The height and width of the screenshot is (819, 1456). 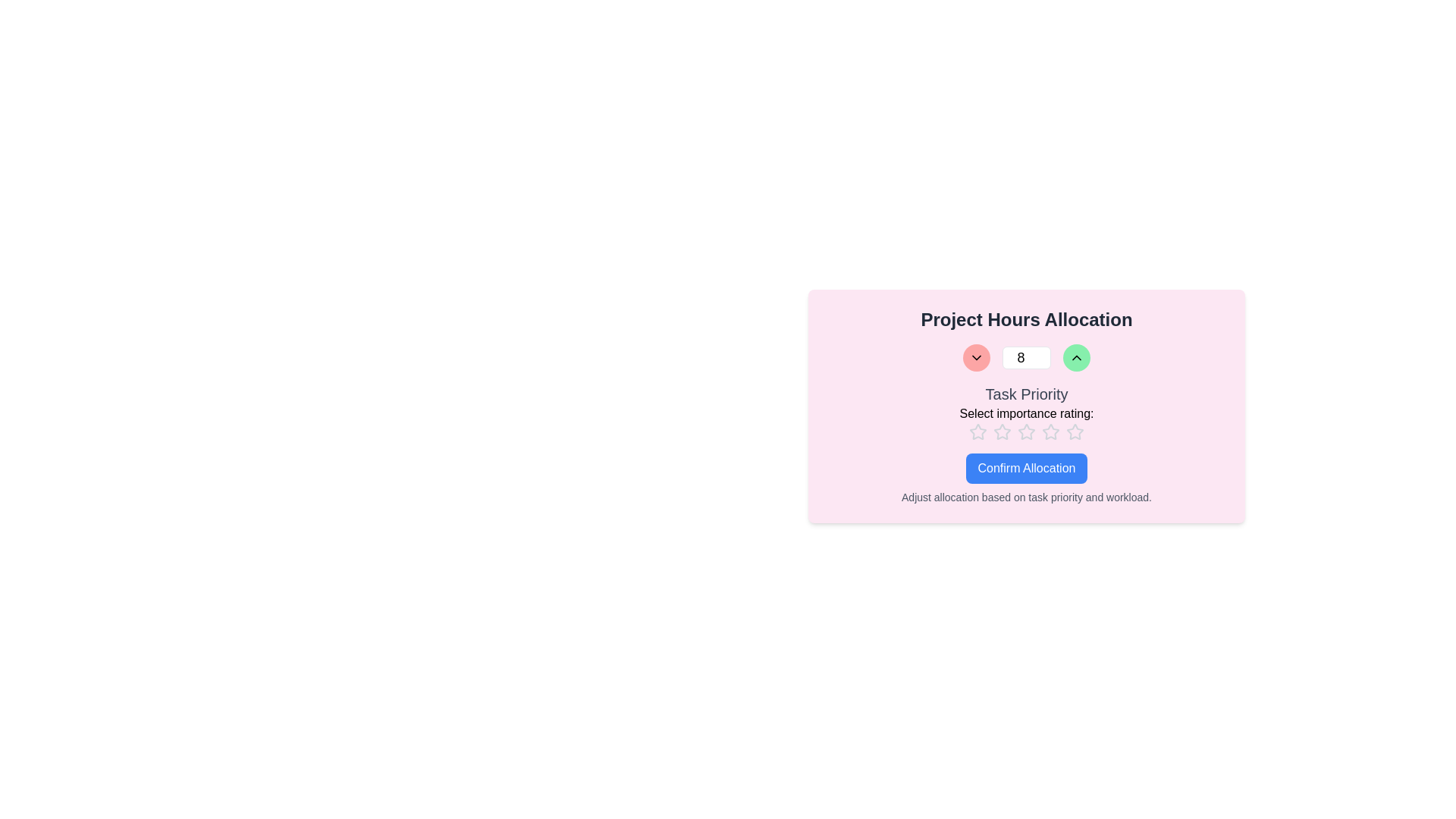 I want to click on the downward-pointing chevron icon button, which is encapsulated in a circular red button, so click(x=976, y=357).